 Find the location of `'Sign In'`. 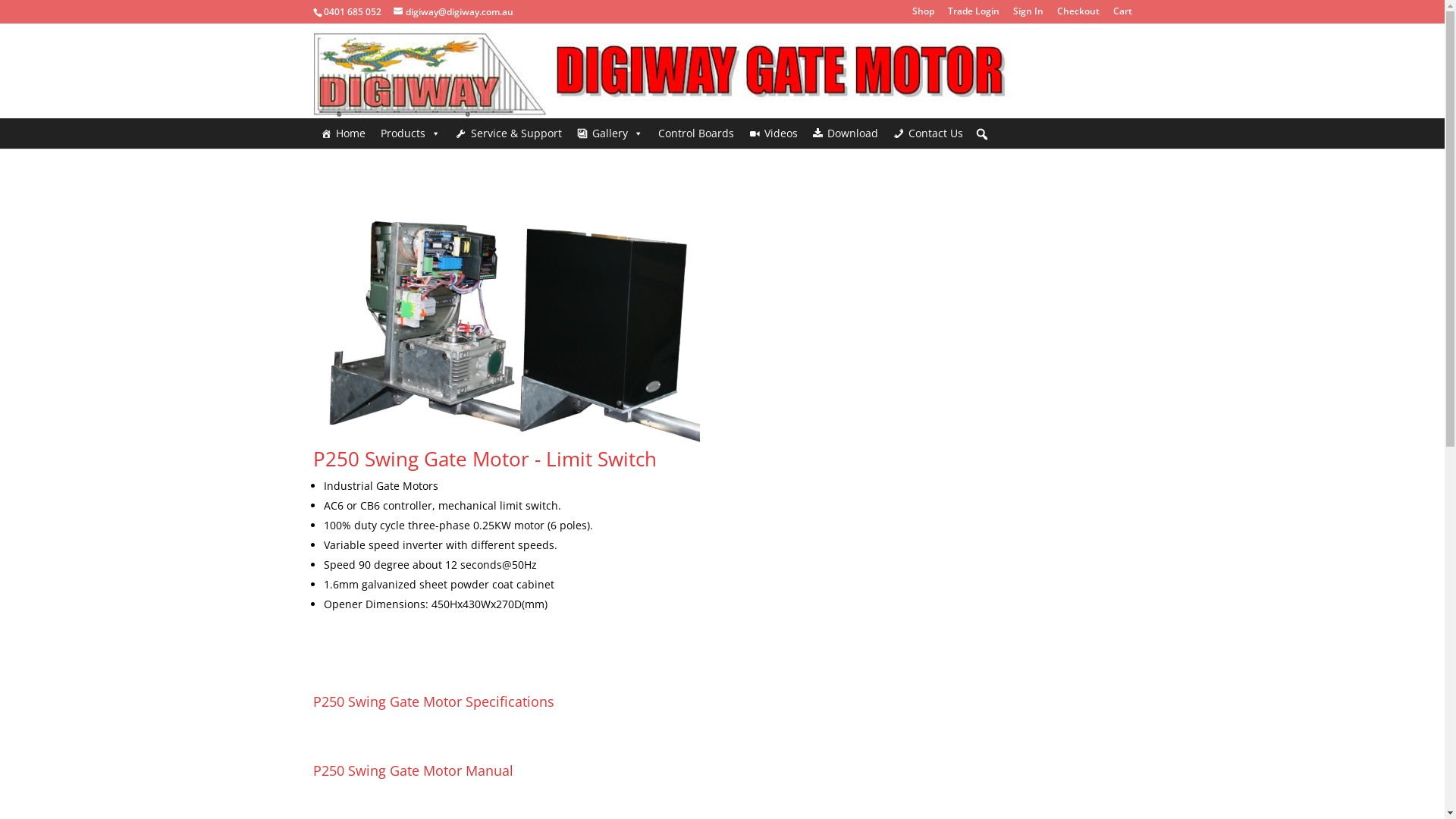

'Sign In' is located at coordinates (1028, 14).